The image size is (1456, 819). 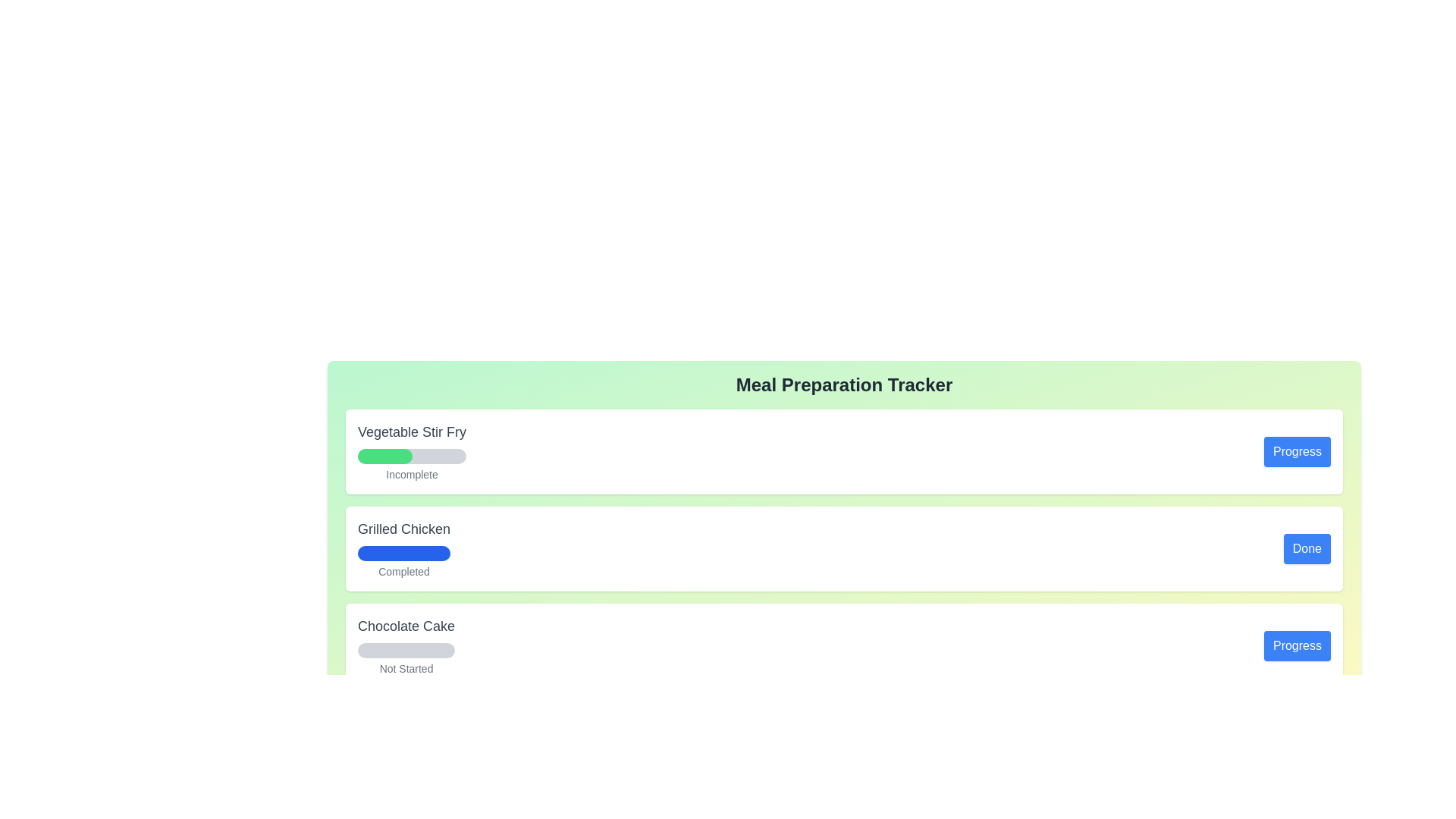 I want to click on the horizontal progress bar, which has a gray background and a green section indicating no progress, located below the text 'Chocolate Cake' and above 'Not Started', so click(x=406, y=649).